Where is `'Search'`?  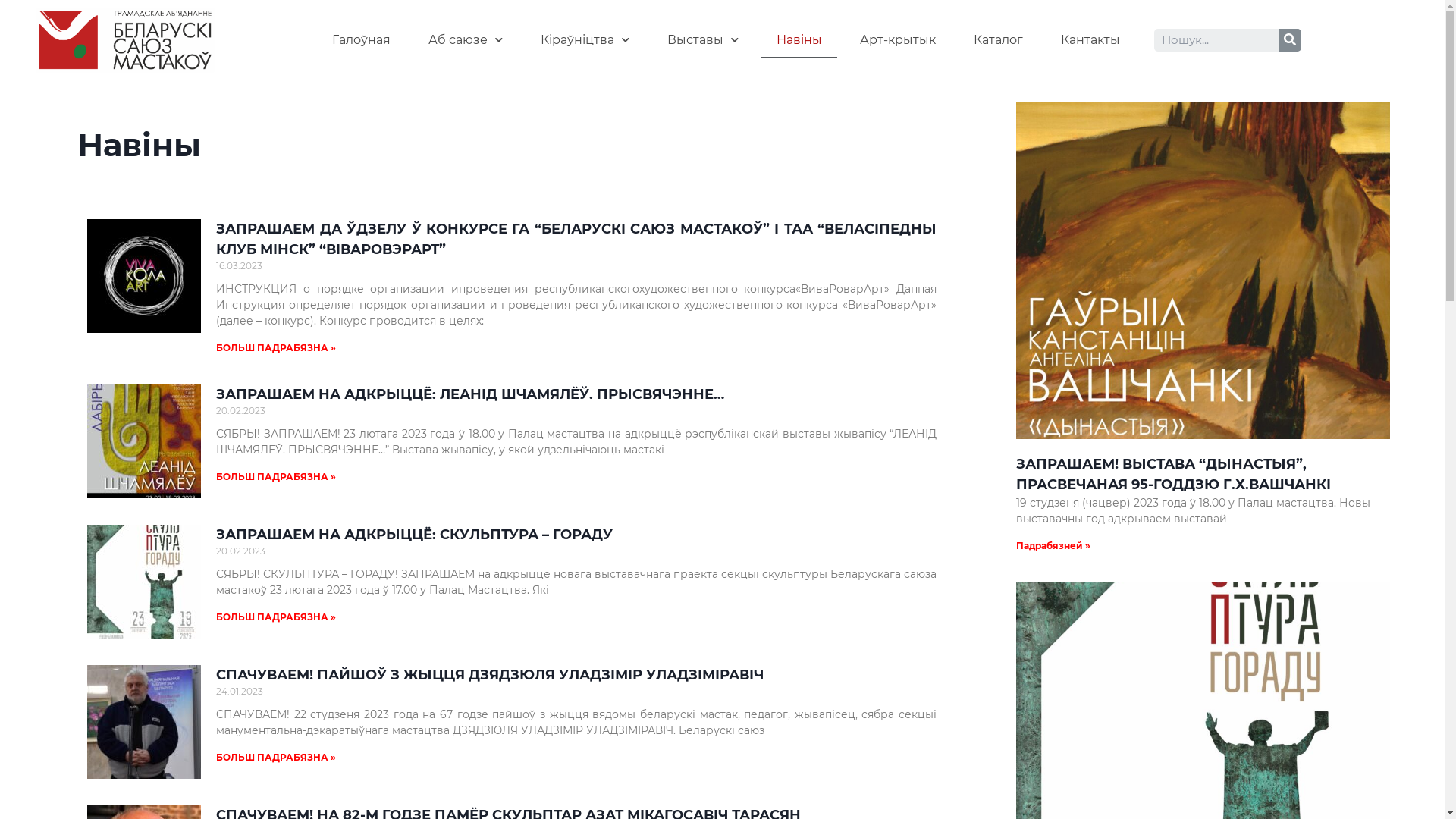
'Search' is located at coordinates (1288, 39).